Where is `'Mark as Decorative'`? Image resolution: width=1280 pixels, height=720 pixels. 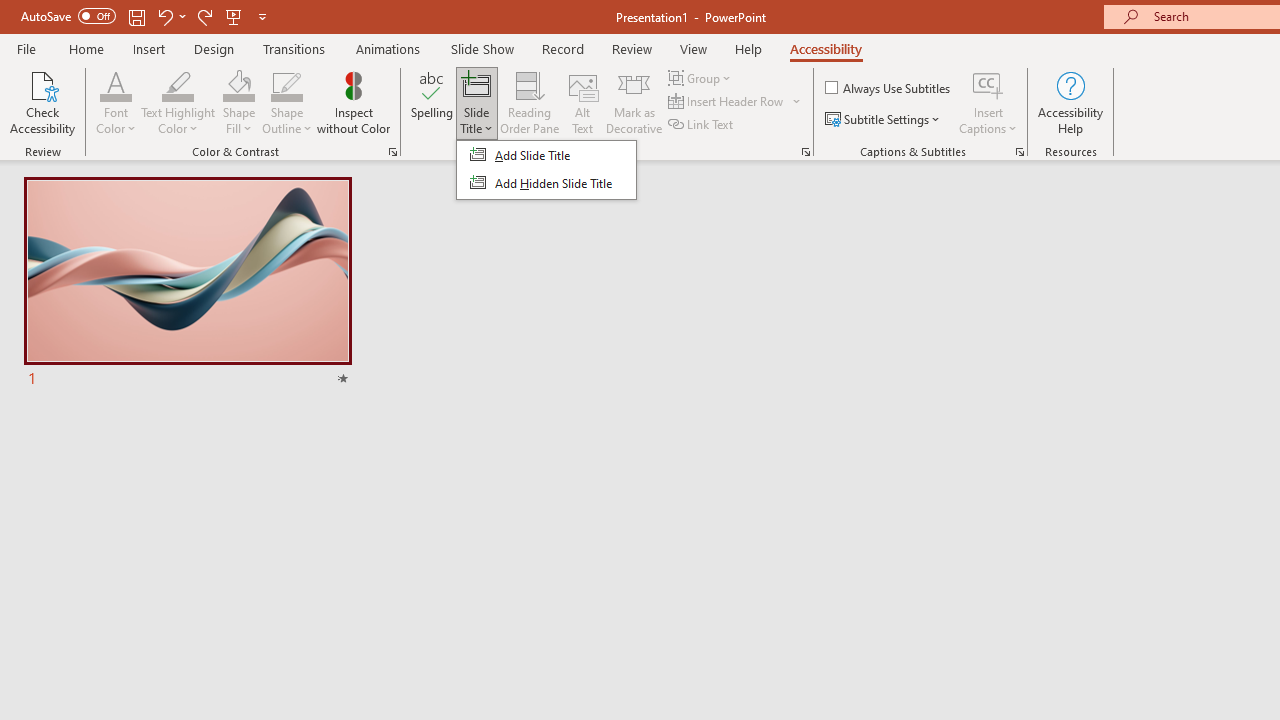
'Mark as Decorative' is located at coordinates (633, 103).